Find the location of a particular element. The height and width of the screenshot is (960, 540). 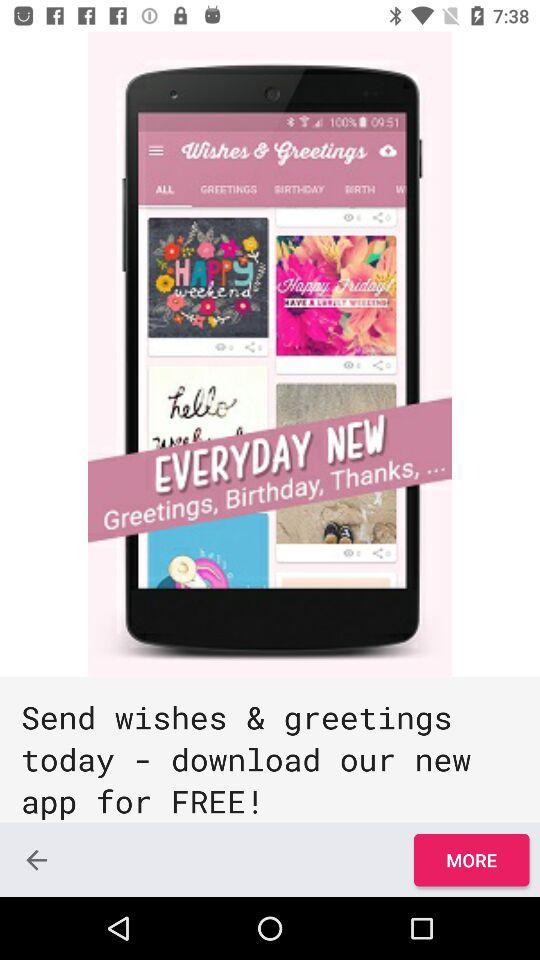

the icon next to more item is located at coordinates (36, 859).